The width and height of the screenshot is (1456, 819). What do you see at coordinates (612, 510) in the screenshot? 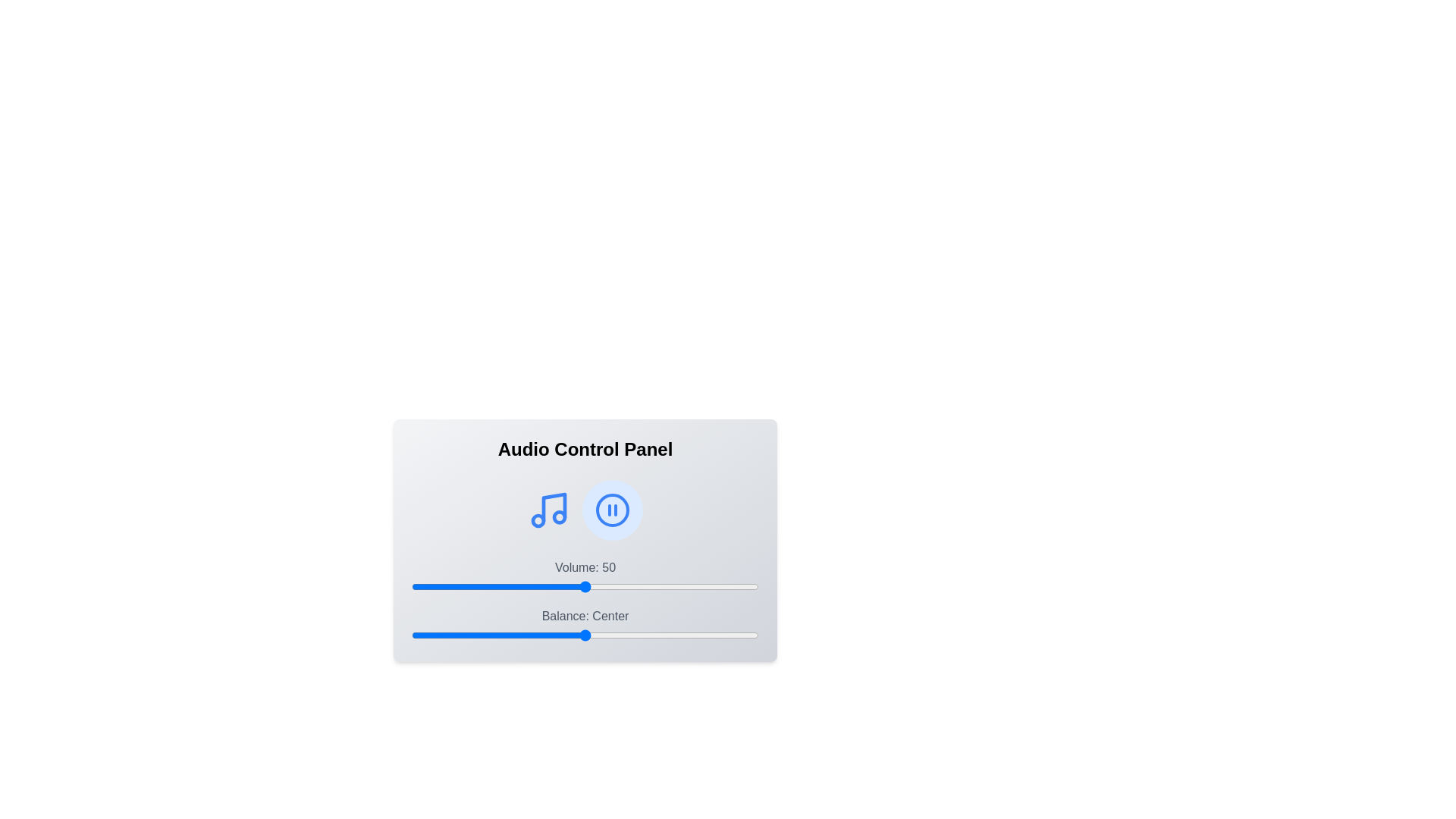
I see `the circular blue icon button` at bounding box center [612, 510].